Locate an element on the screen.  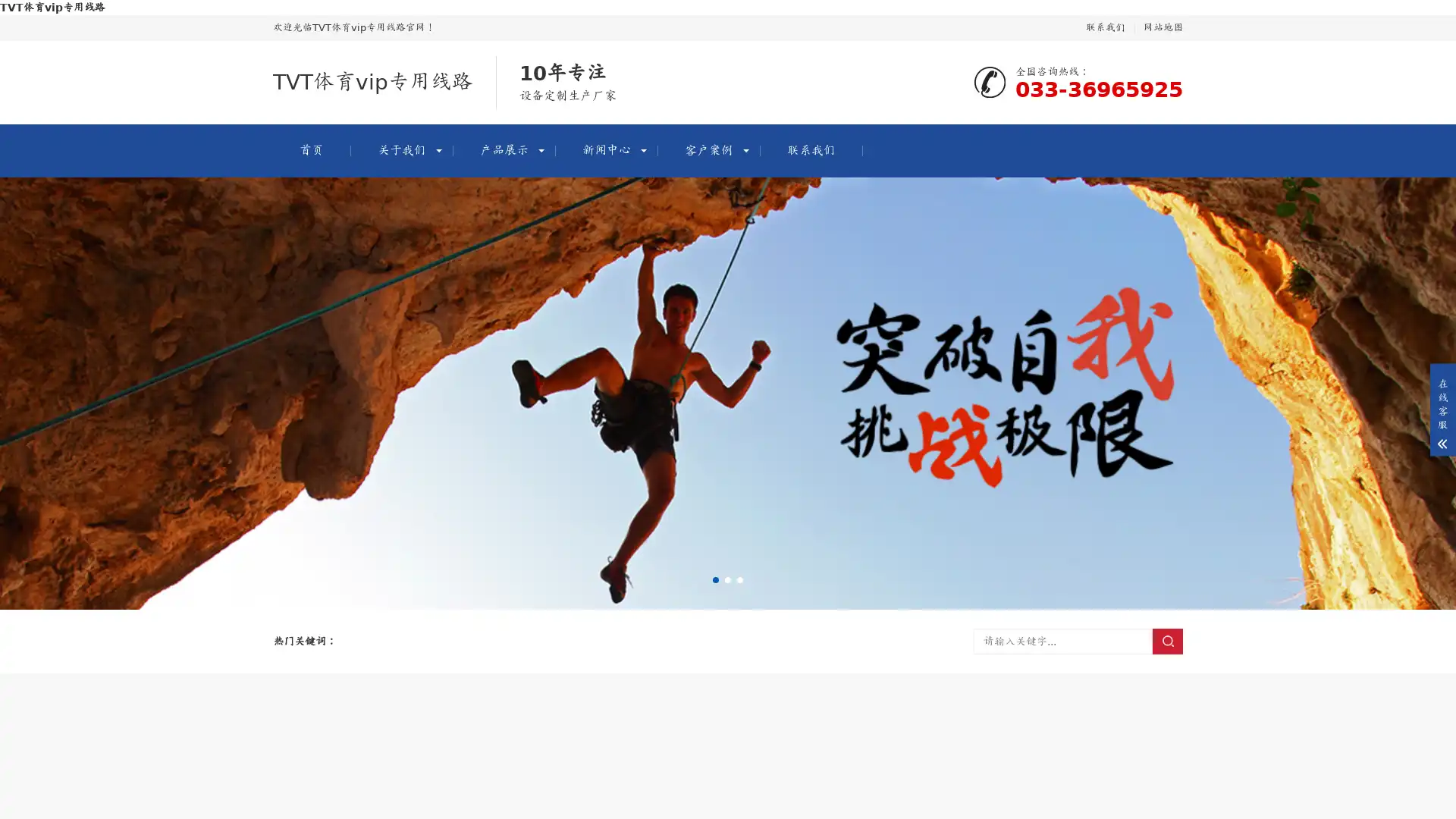
Go to slide 1 is located at coordinates (715, 579).